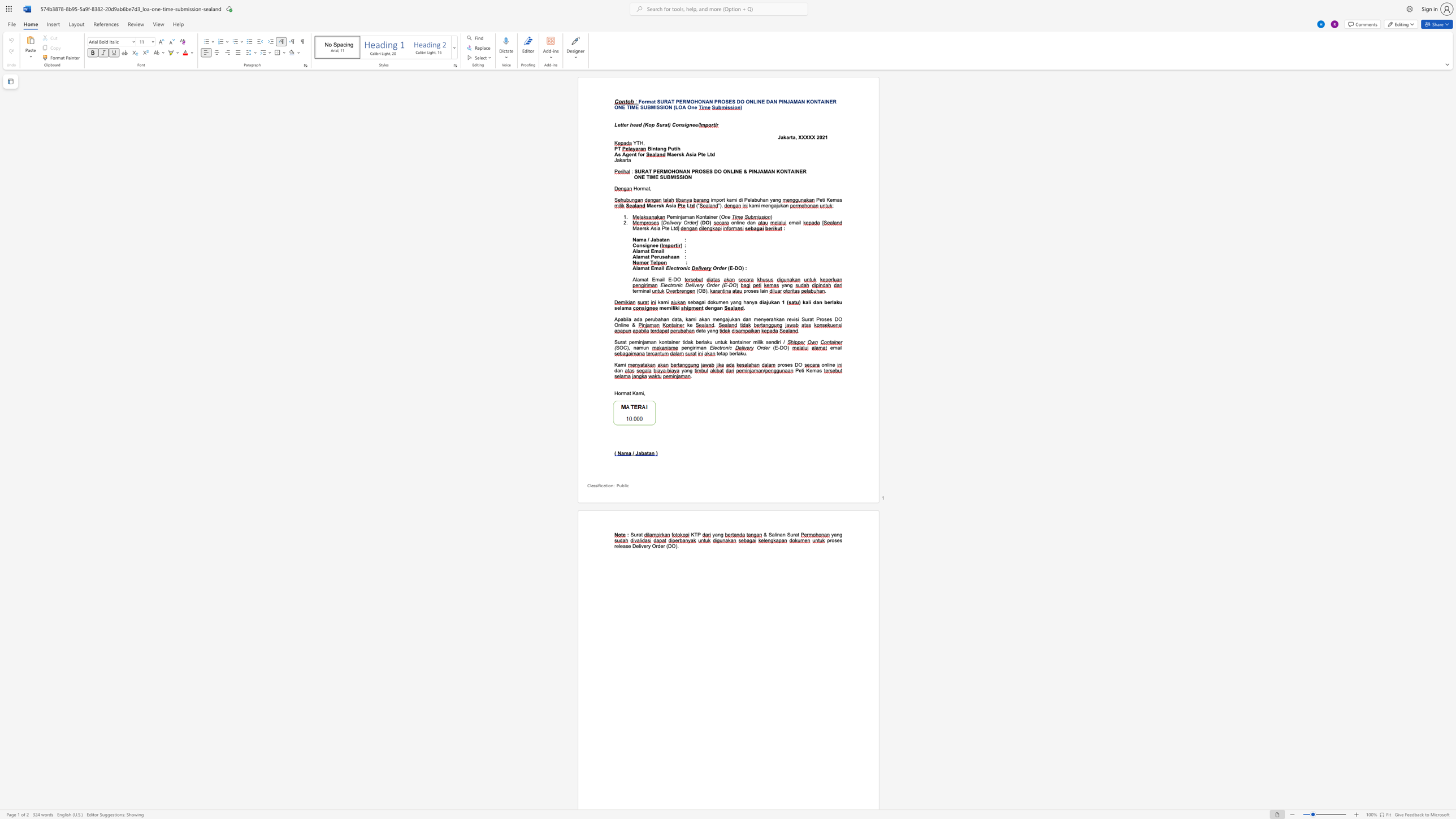 The height and width of the screenshot is (819, 1456). I want to click on the subset text "ngajukan" within the text "mengajukan", so click(767, 205).